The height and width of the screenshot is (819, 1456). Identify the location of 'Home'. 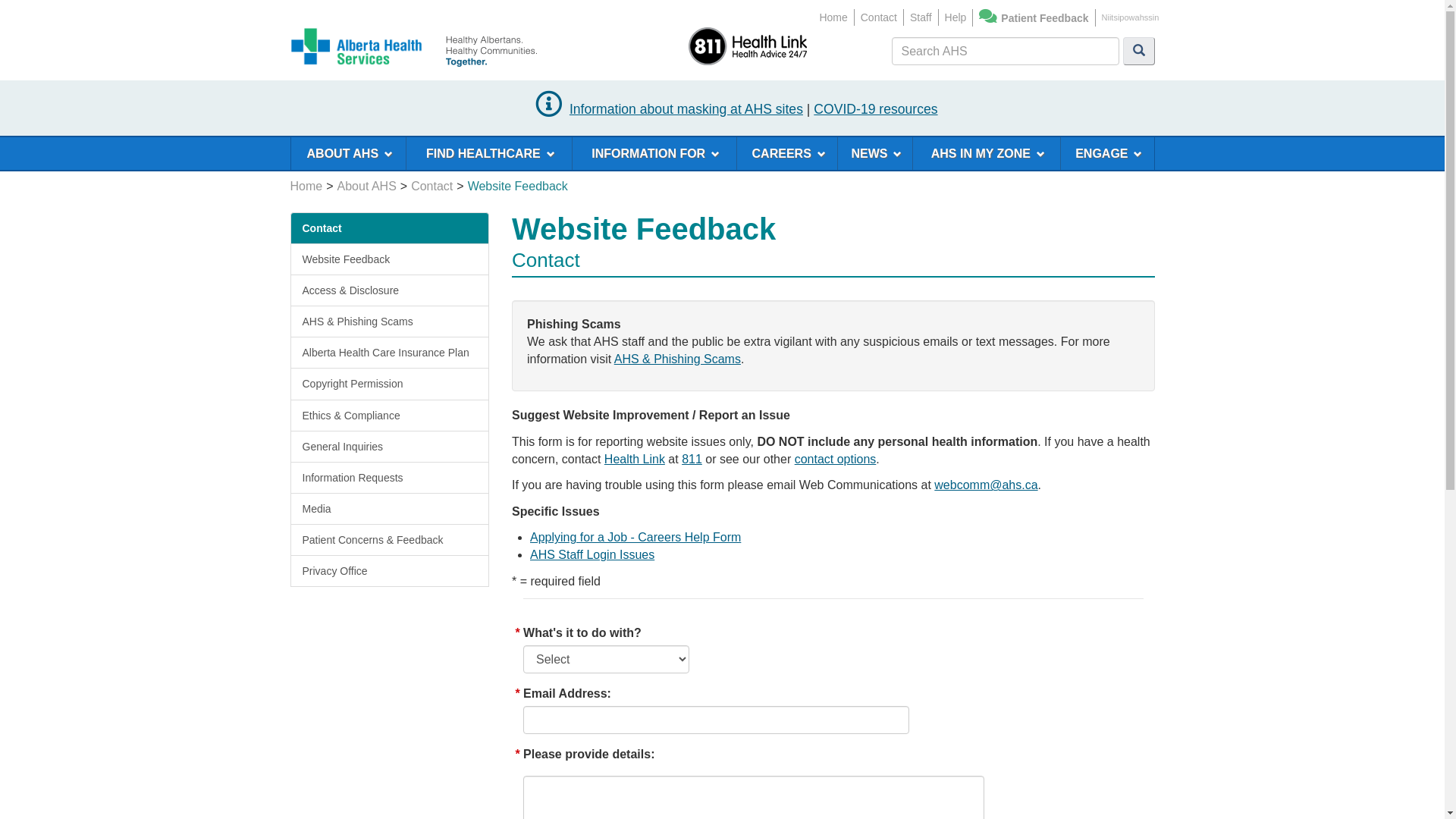
(832, 17).